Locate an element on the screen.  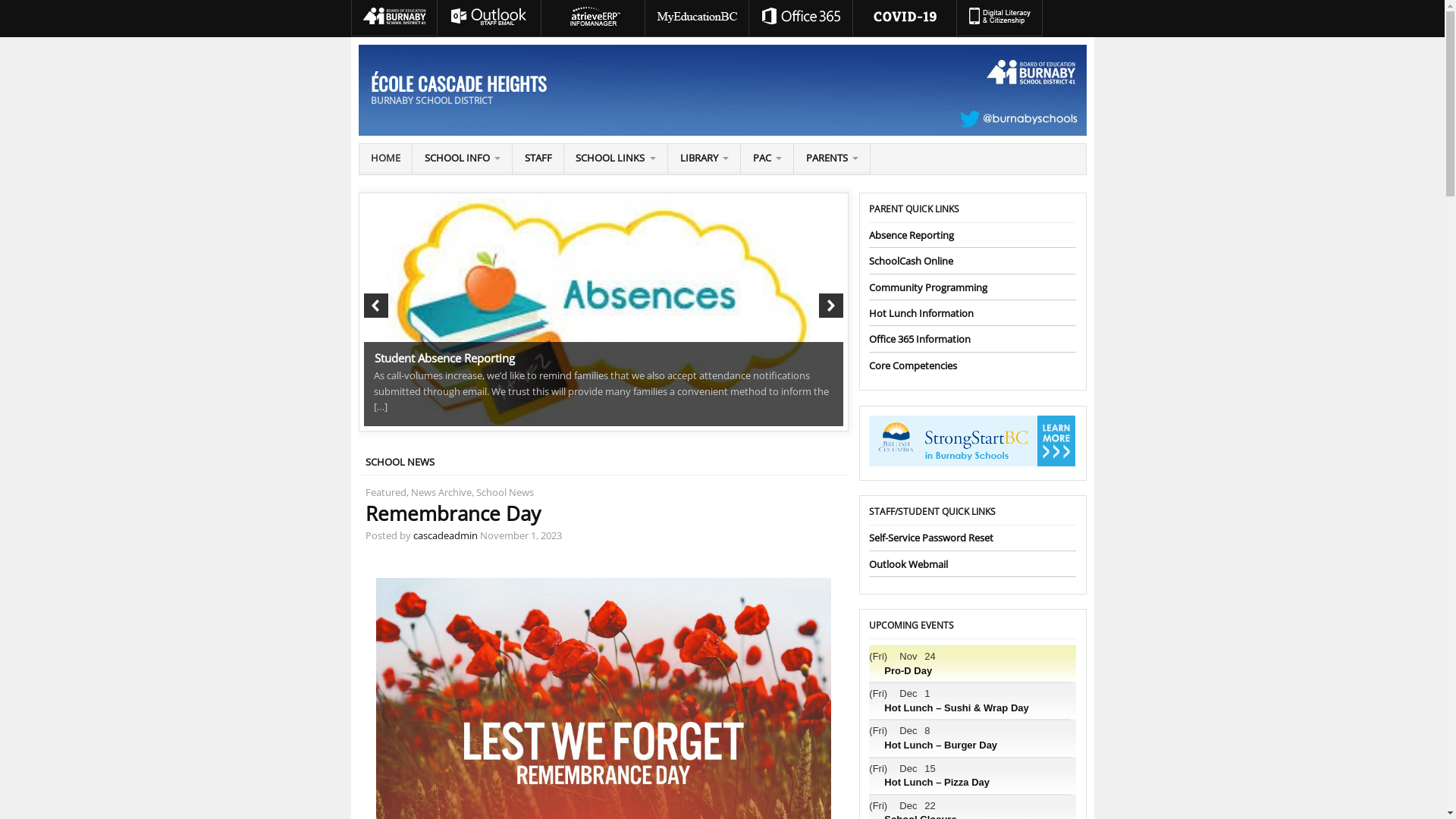
'HOME' is located at coordinates (385, 158).